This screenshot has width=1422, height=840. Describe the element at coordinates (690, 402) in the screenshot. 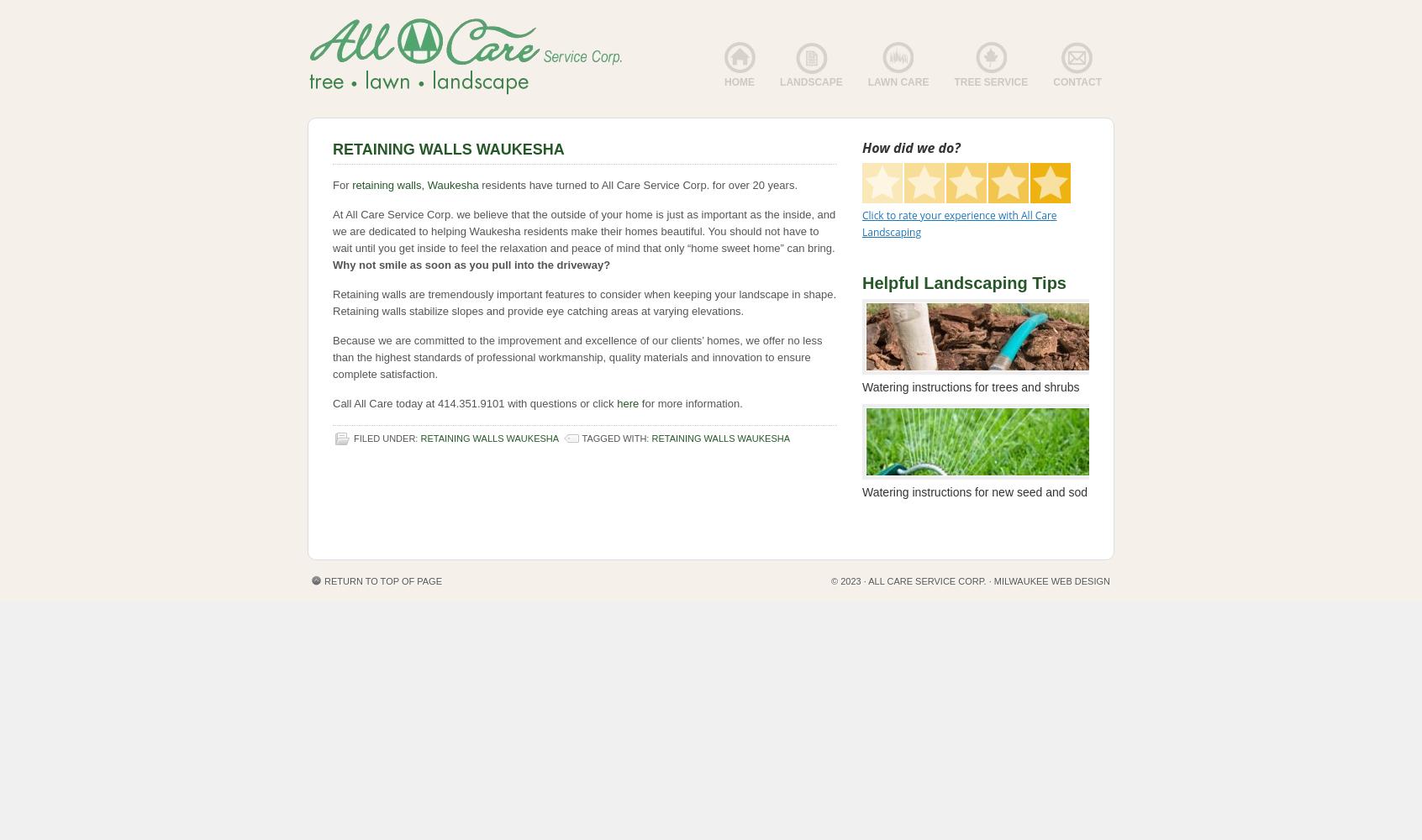

I see `'for more information.'` at that location.